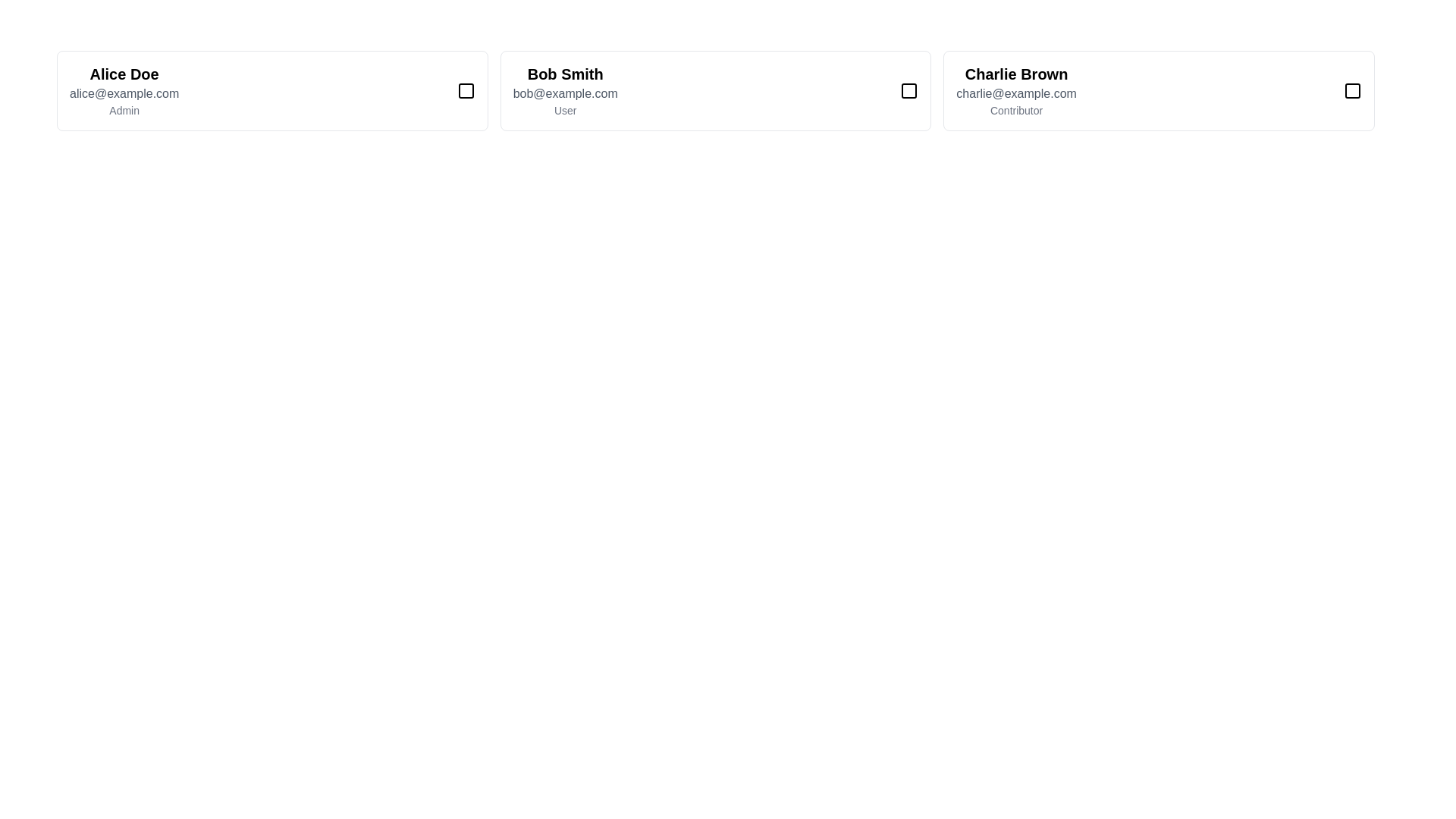  I want to click on the Text label that indicates the name of a user or an entity, positioned above the email 'bob@example.com' and the text 'User', so click(564, 74).